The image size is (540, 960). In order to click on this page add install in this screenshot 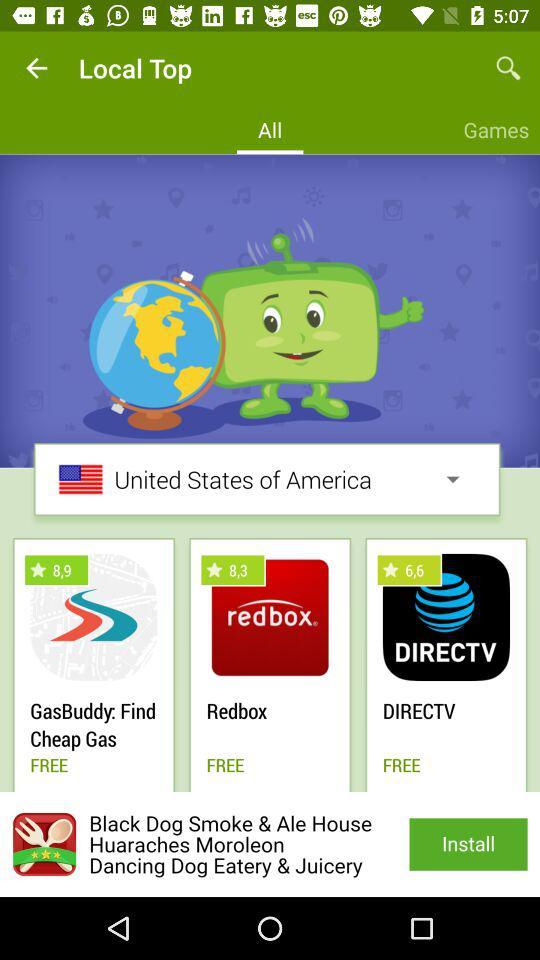, I will do `click(270, 843)`.